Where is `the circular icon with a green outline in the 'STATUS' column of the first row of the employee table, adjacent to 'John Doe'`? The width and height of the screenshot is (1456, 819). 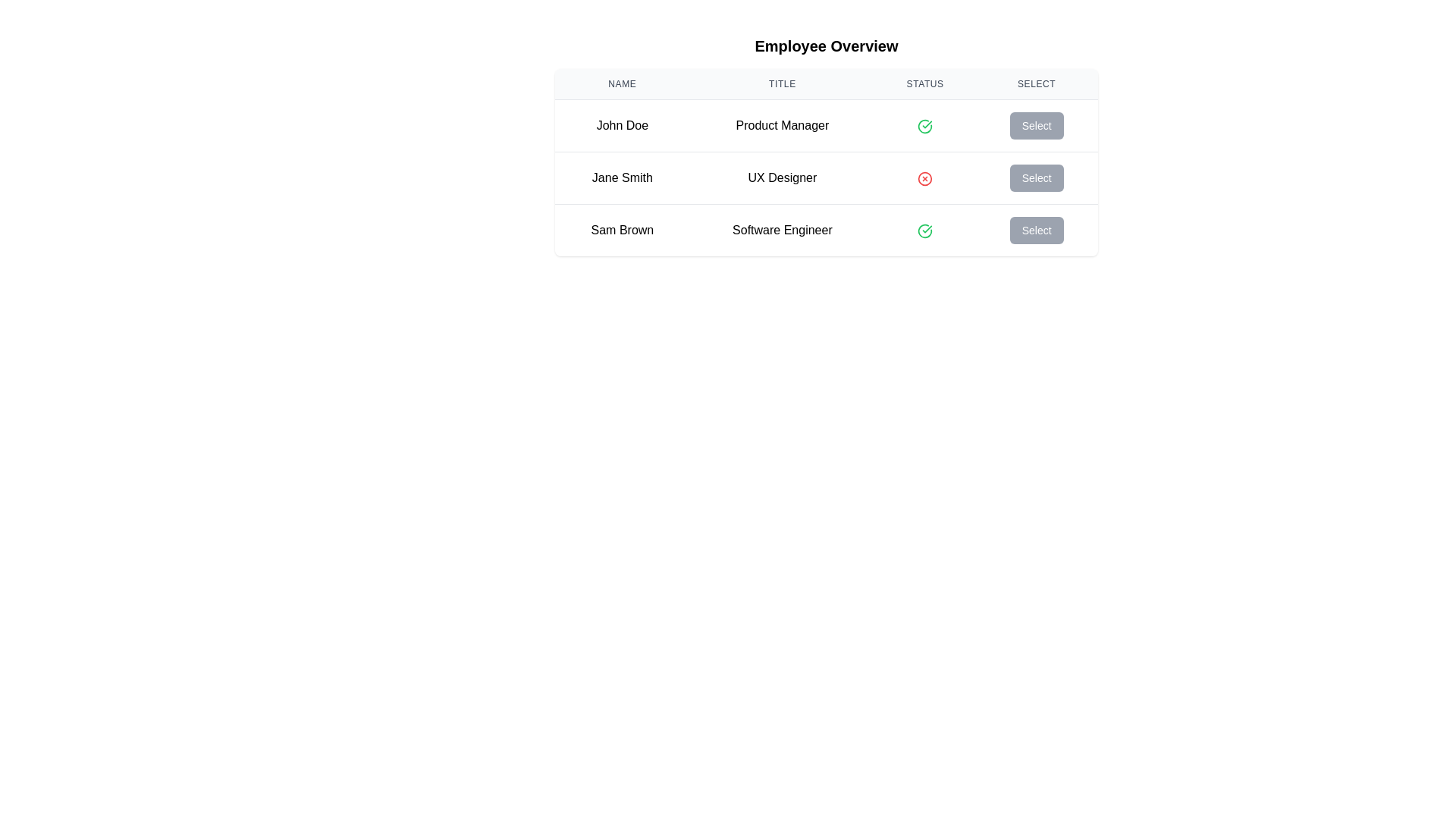 the circular icon with a green outline in the 'STATUS' column of the first row of the employee table, adjacent to 'John Doe' is located at coordinates (924, 231).